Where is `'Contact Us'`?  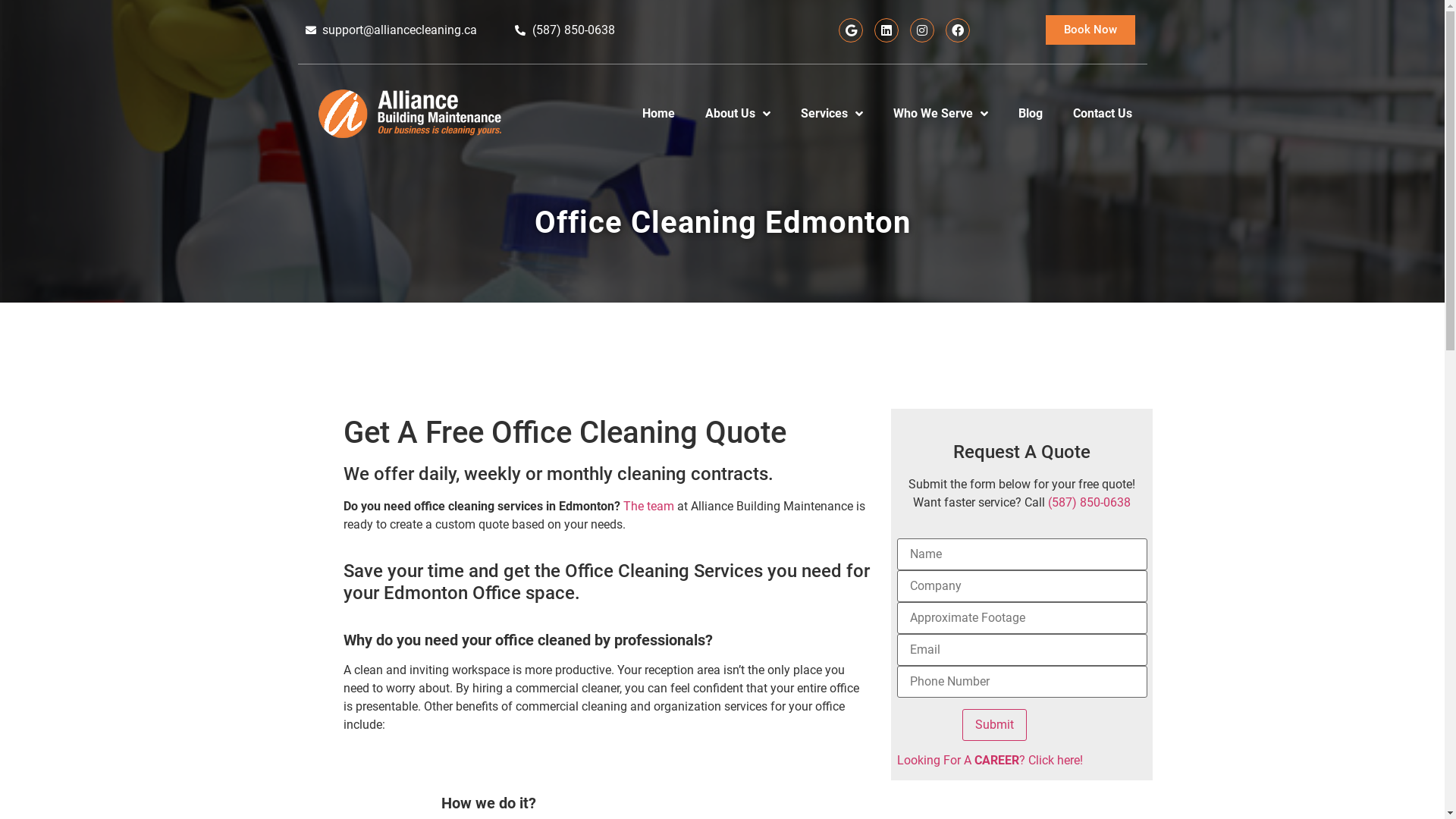 'Contact Us' is located at coordinates (1102, 114).